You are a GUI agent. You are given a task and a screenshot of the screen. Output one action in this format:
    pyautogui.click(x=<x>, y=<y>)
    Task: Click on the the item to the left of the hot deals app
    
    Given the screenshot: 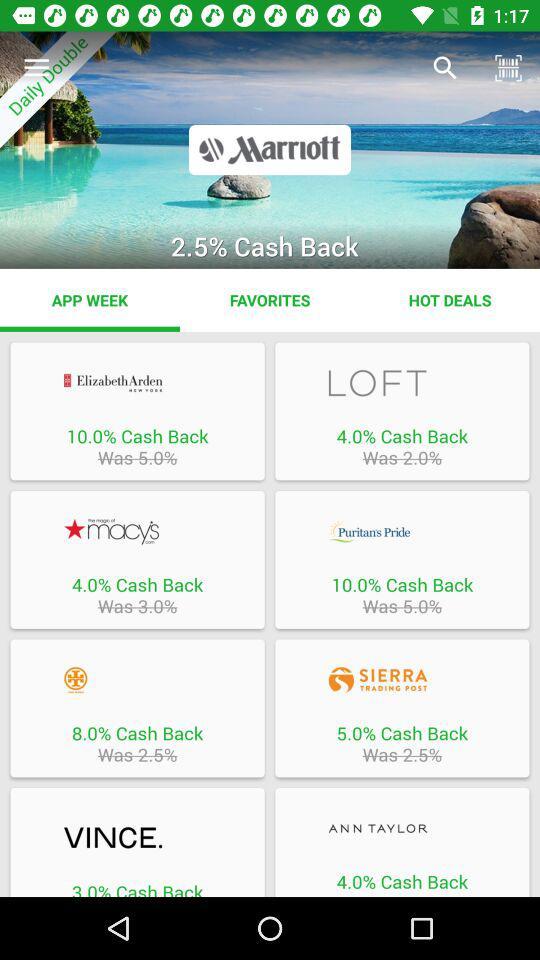 What is the action you would take?
    pyautogui.click(x=270, y=299)
    